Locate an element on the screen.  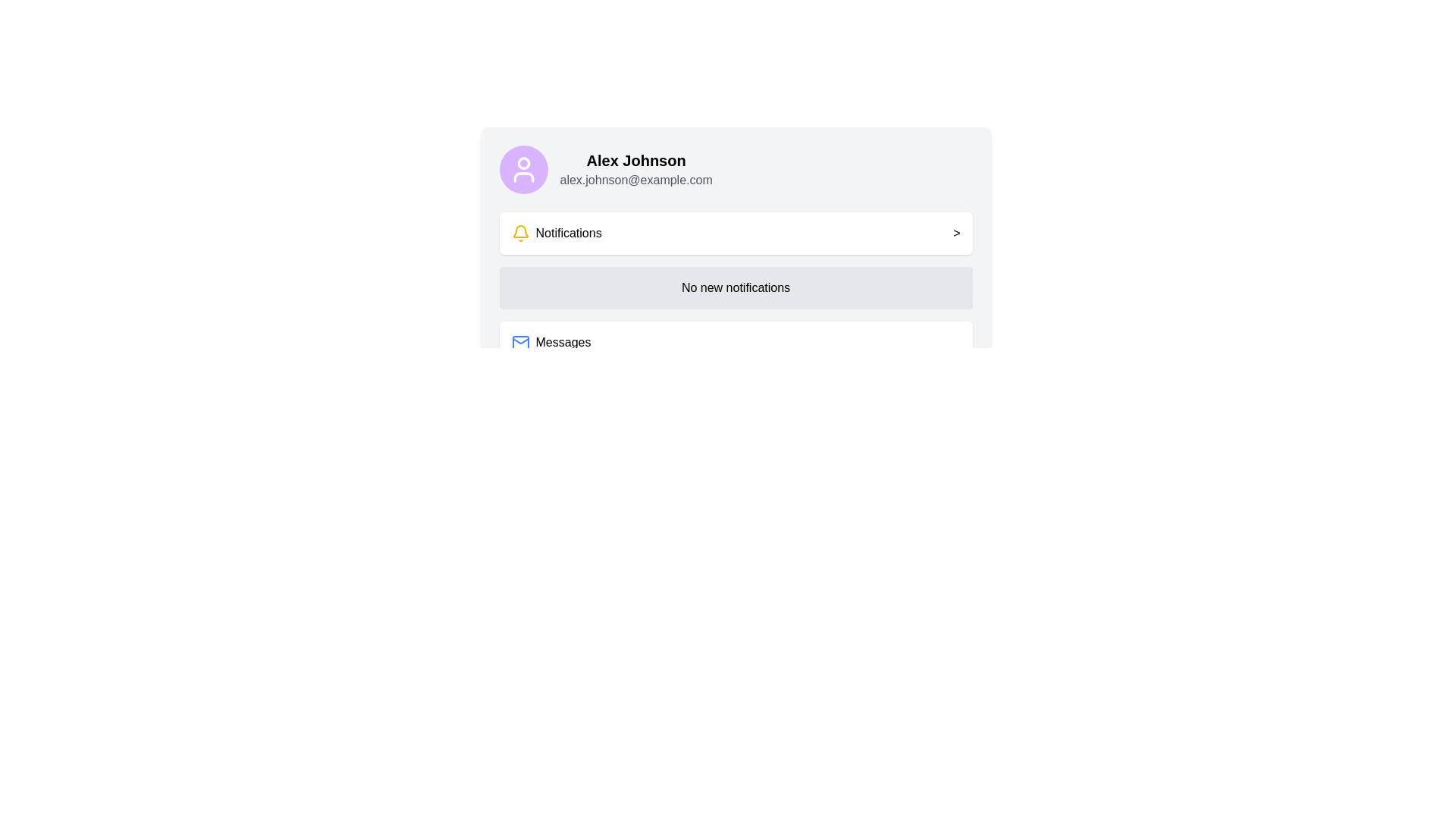
the non-interactive label displaying the email address associated with the user Alex Johnson, located directly below the name 'Alex Johnson' and to the right of the circular avatar icon is located at coordinates (636, 180).